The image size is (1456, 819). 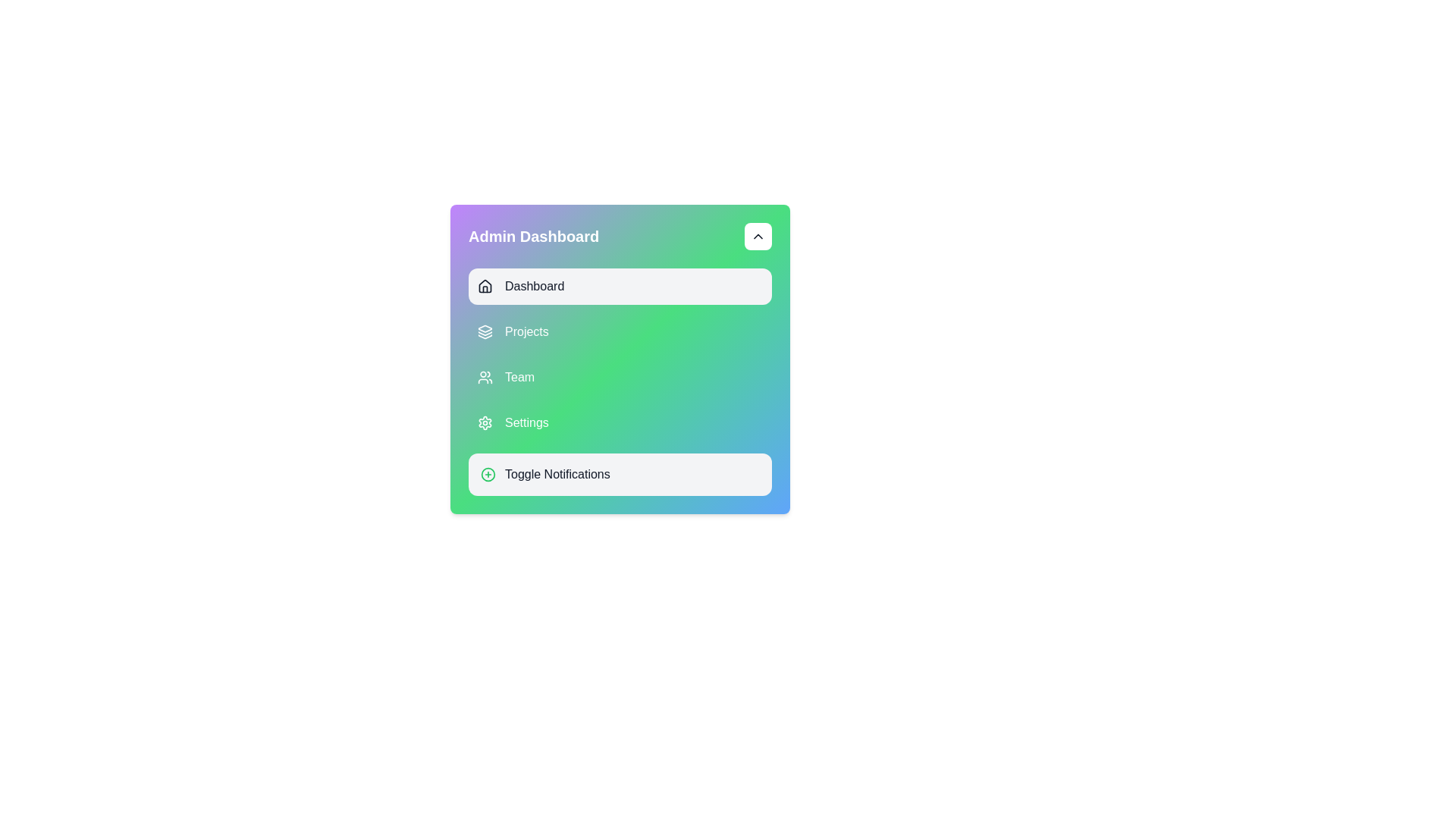 What do you see at coordinates (484, 335) in the screenshot?
I see `the bottom-most layer of the icon next to the 'Projects' label in the 'Admin Dashboard' menu` at bounding box center [484, 335].